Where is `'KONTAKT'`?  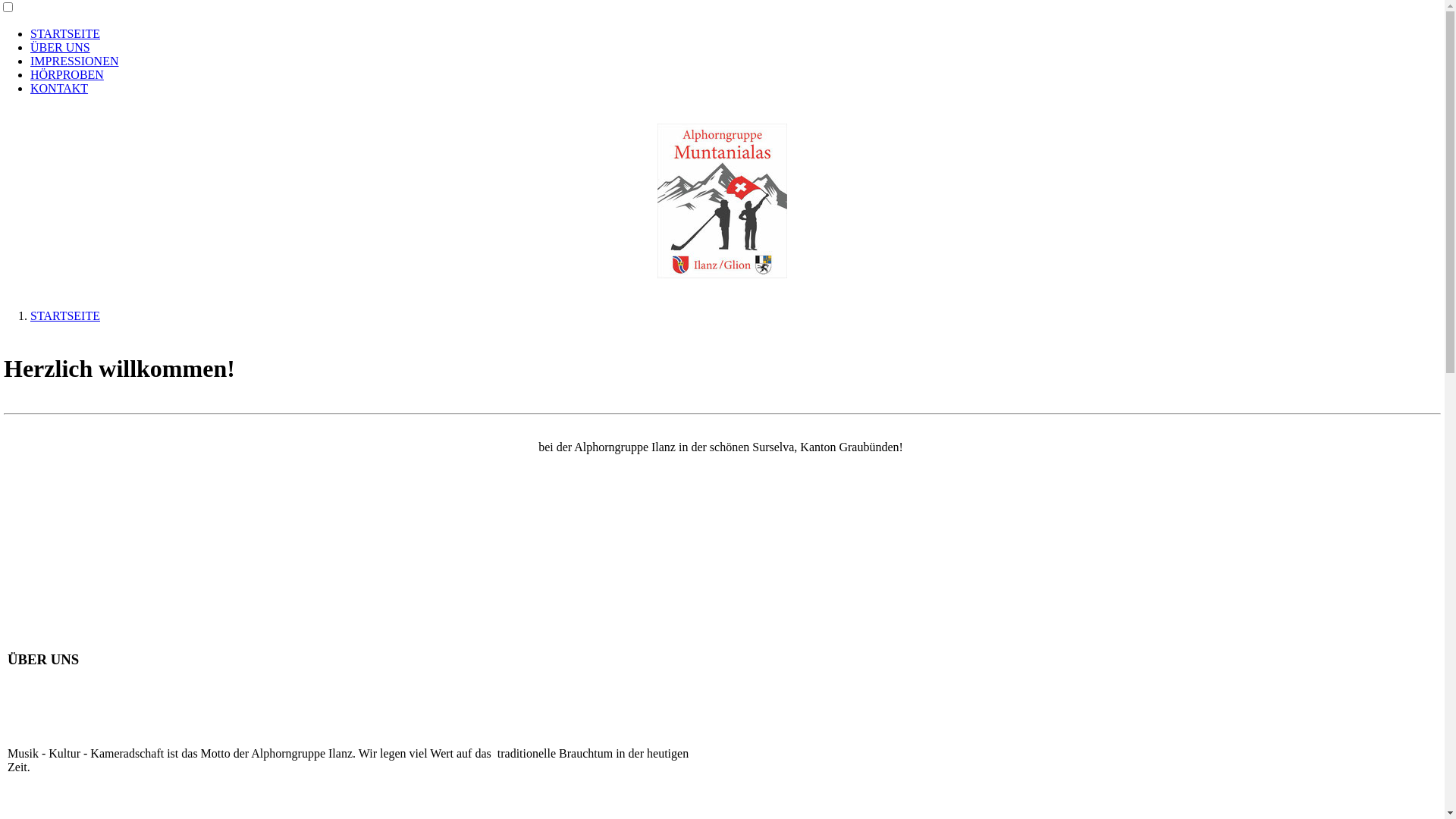
'KONTAKT' is located at coordinates (58, 88).